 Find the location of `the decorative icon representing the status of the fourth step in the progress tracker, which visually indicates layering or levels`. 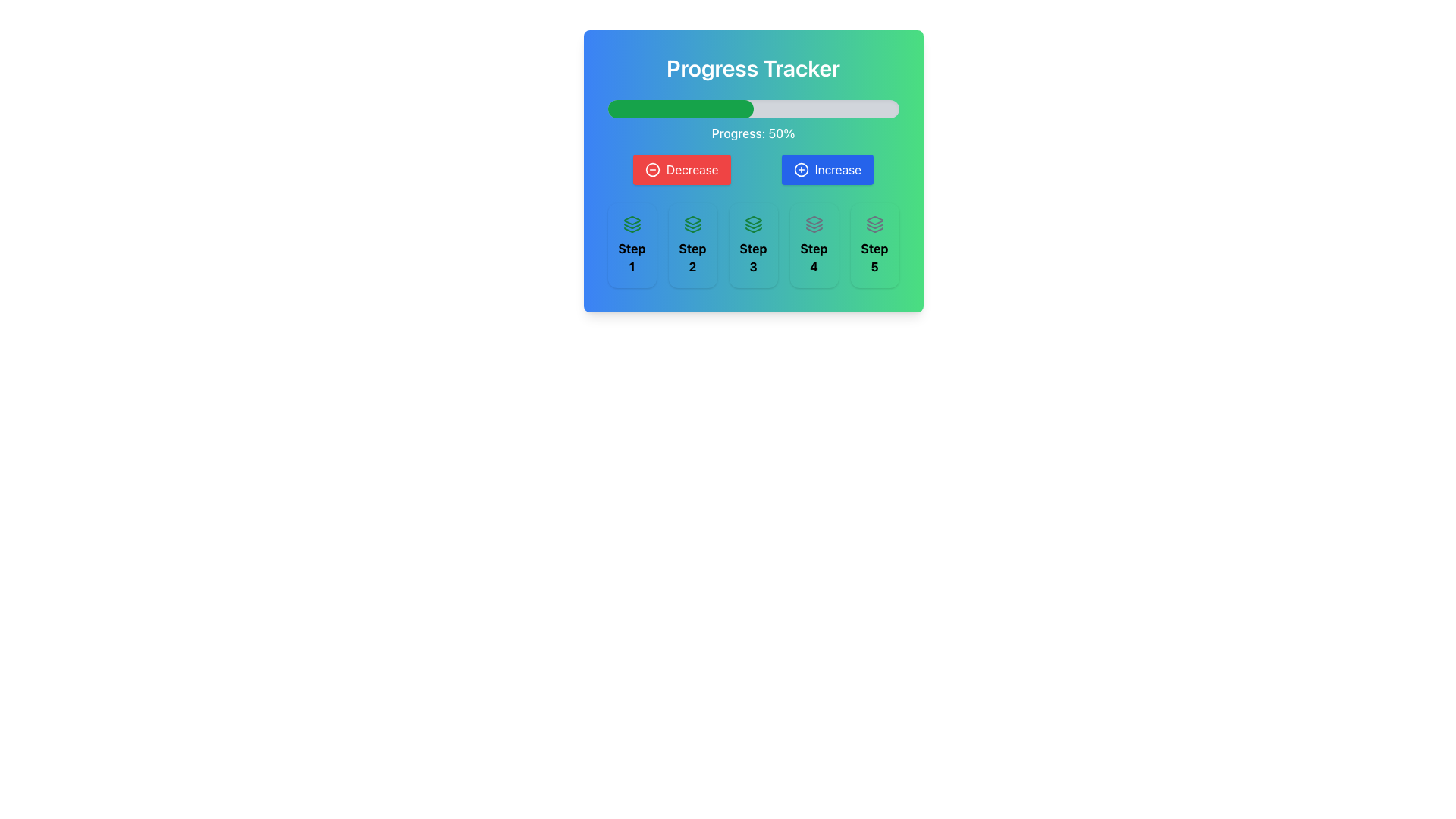

the decorative icon representing the status of the fourth step in the progress tracker, which visually indicates layering or levels is located at coordinates (813, 224).